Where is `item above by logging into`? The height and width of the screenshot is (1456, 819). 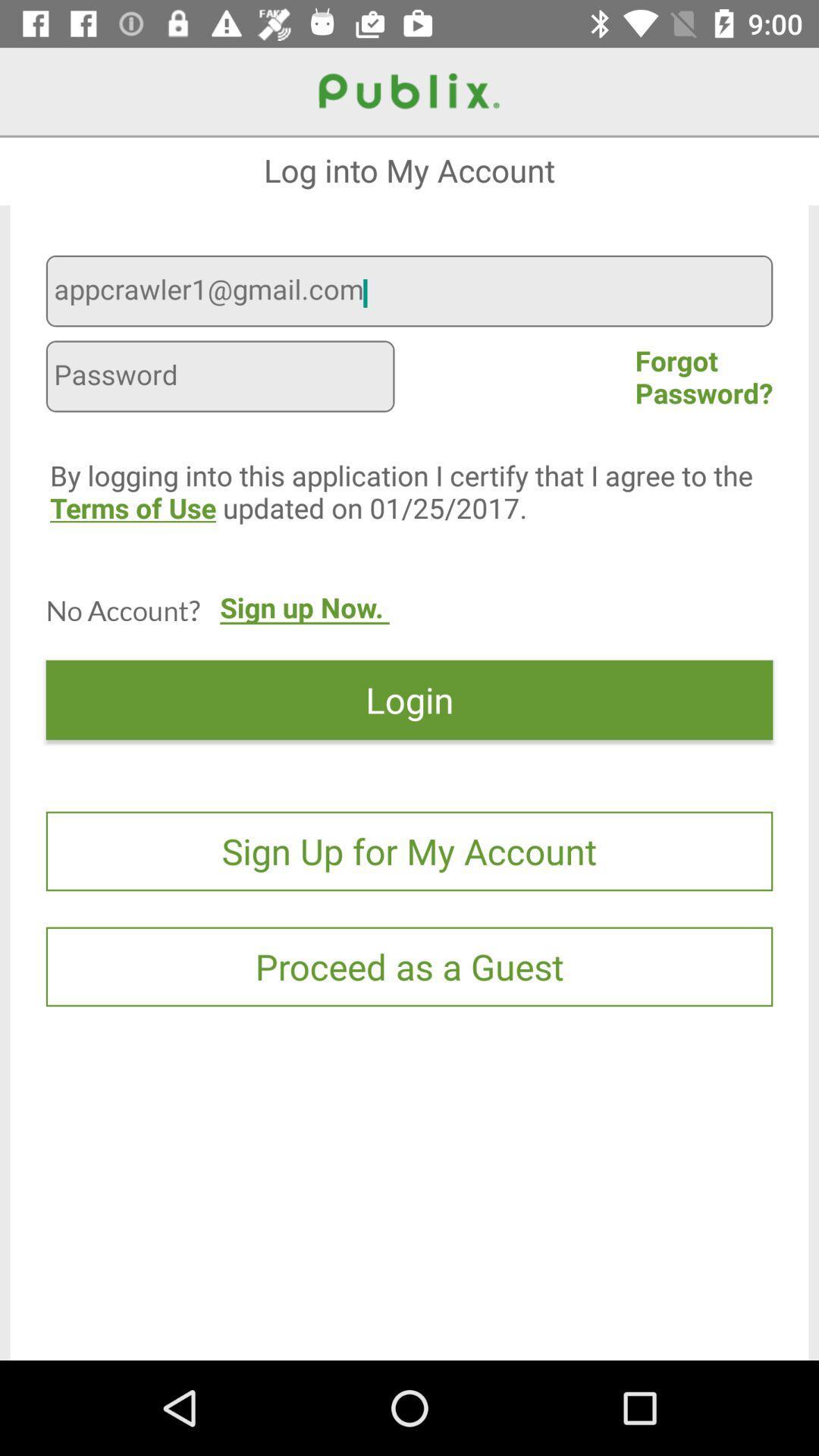 item above by logging into is located at coordinates (220, 378).